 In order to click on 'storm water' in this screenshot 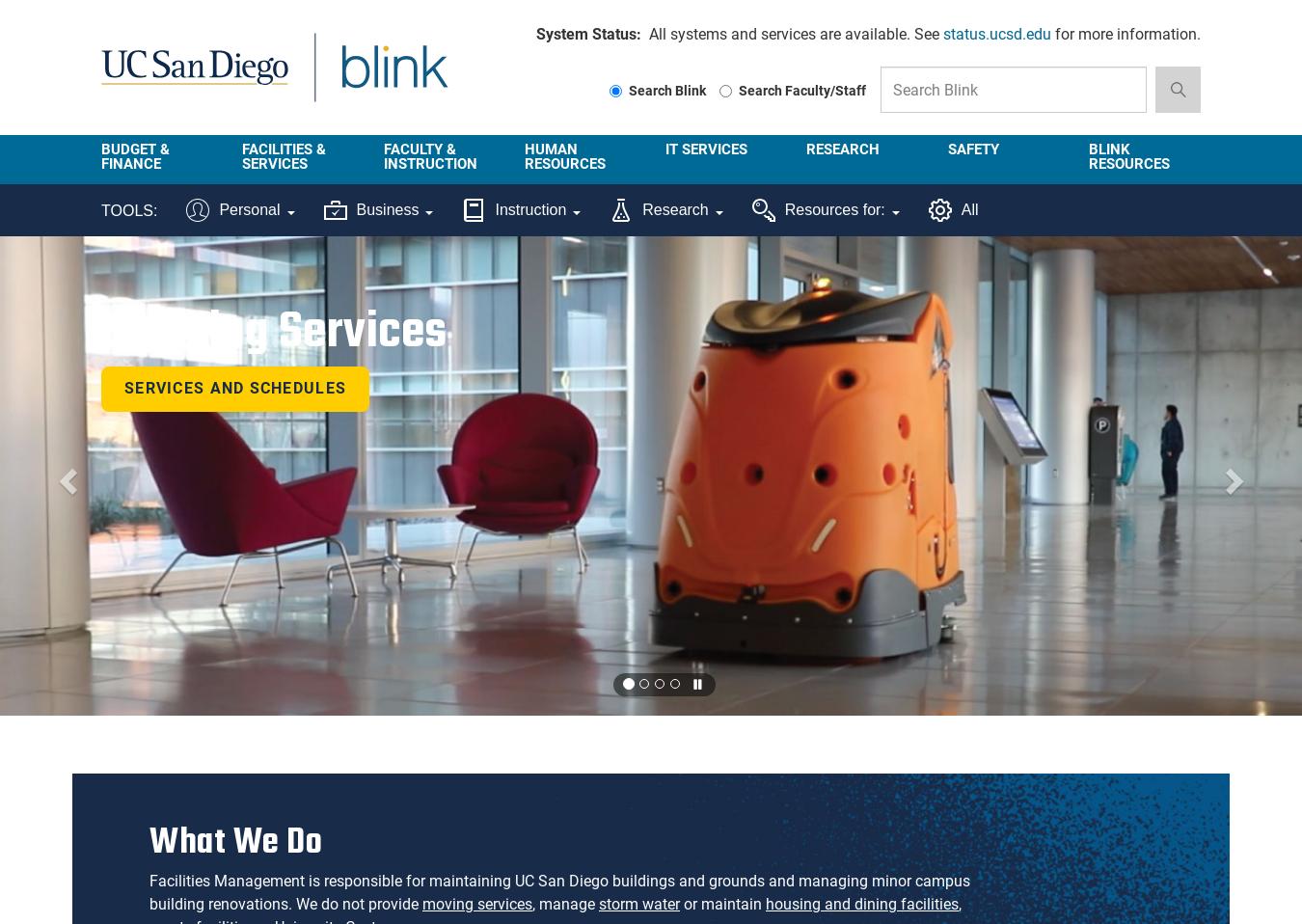, I will do `click(638, 904)`.